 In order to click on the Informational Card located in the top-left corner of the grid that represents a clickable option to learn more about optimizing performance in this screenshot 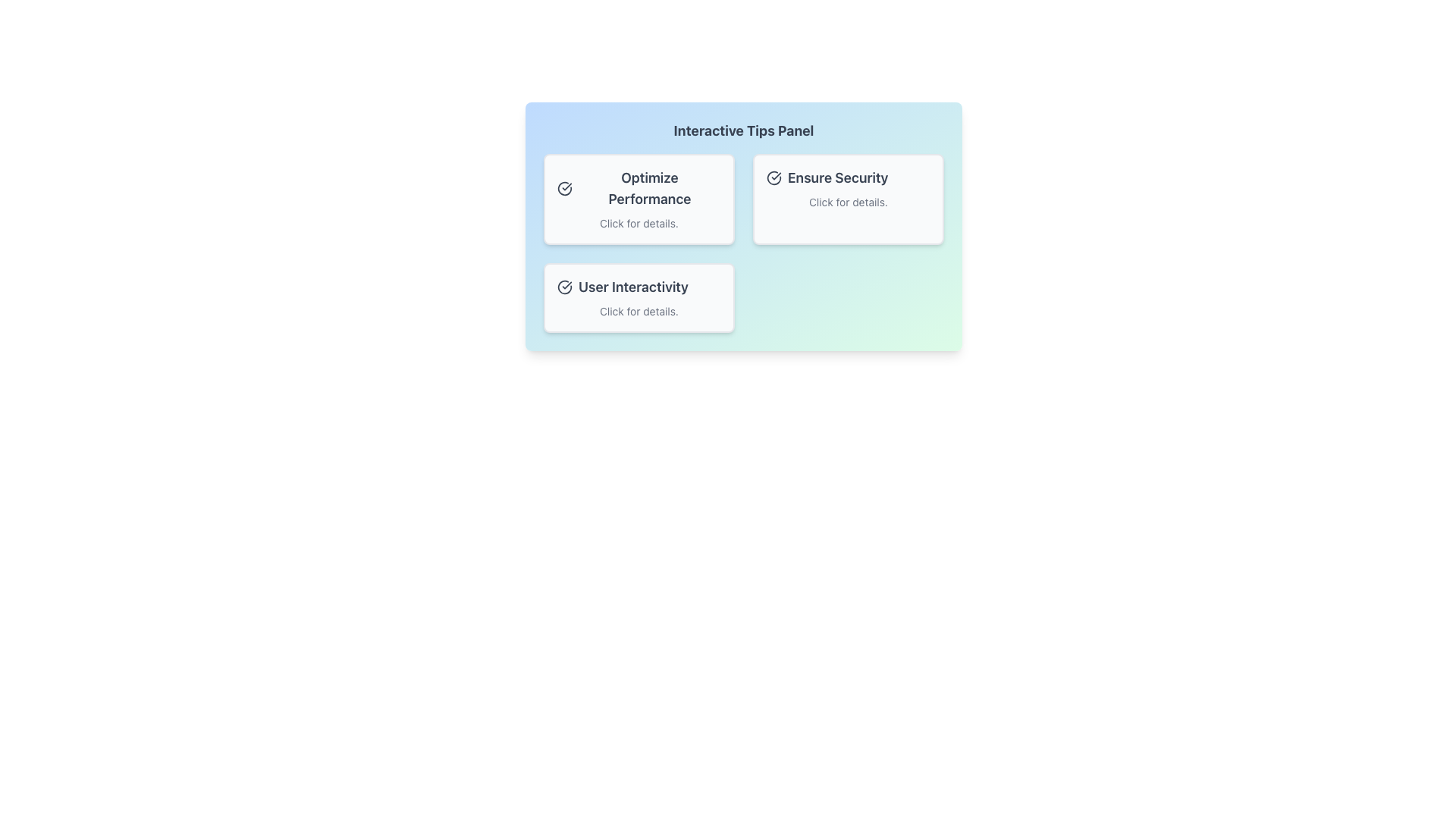, I will do `click(639, 198)`.